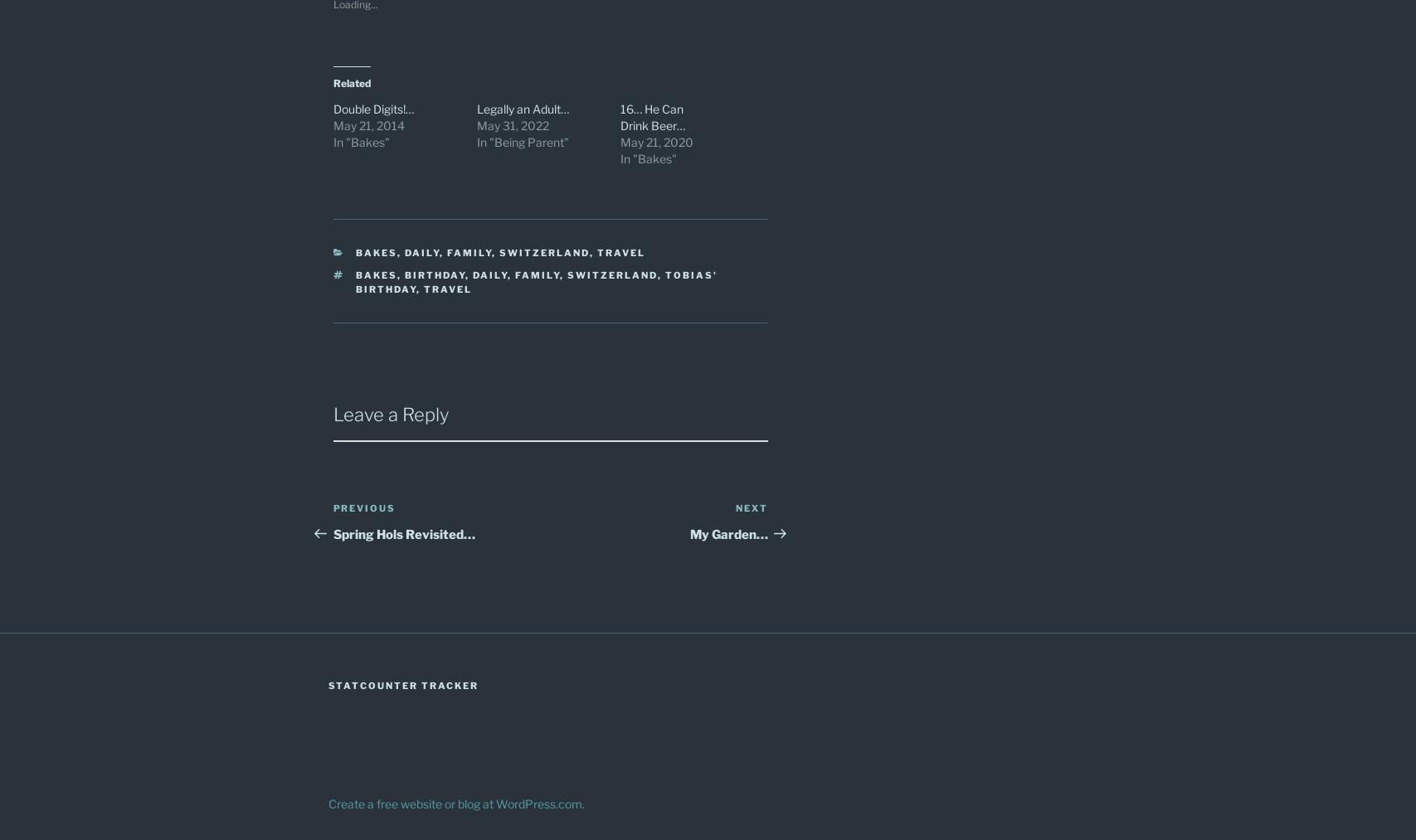 This screenshot has width=1416, height=840. I want to click on 'switzerland', so click(612, 274).